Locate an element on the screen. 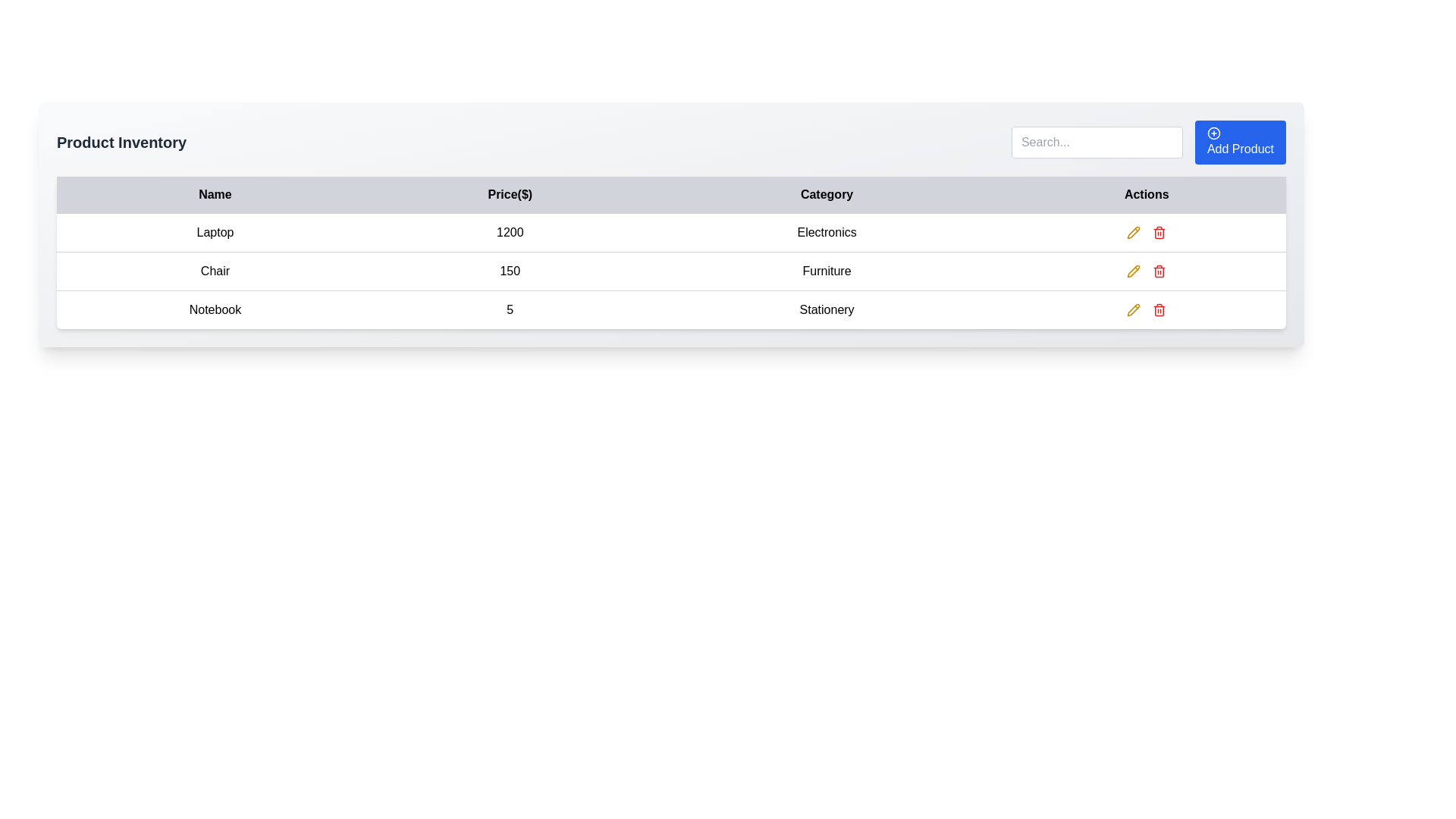 This screenshot has width=1456, height=819. the table header displaying 'Price($)' with a gray background and black text, which is positioned second from the left in the header row of the table is located at coordinates (510, 194).